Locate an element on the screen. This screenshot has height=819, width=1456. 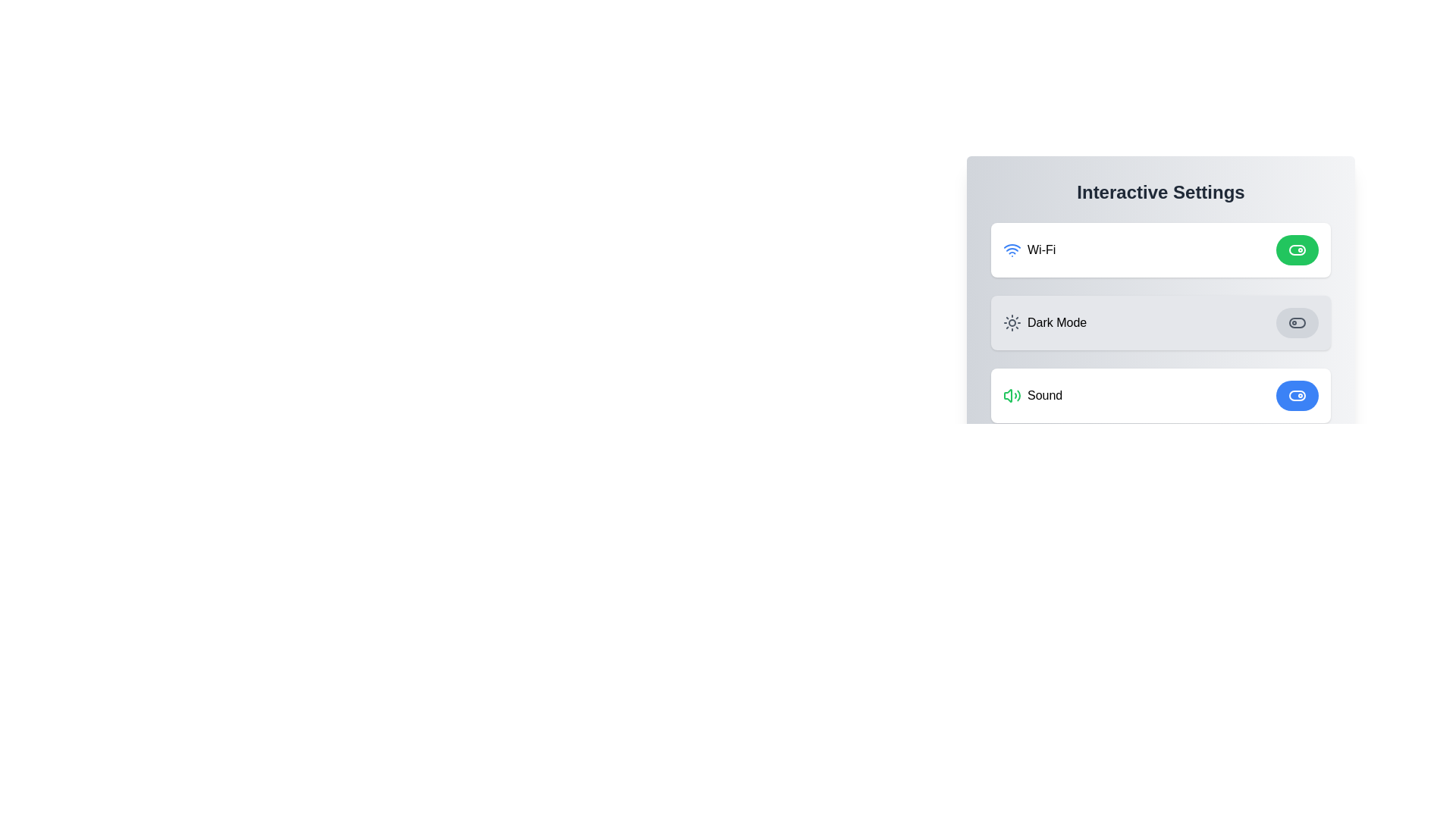
the sound settings icon located at the leftmost position within the 'Sound' setting row of the 'Interactive Settings' section, next to the text 'Sound' is located at coordinates (1012, 394).